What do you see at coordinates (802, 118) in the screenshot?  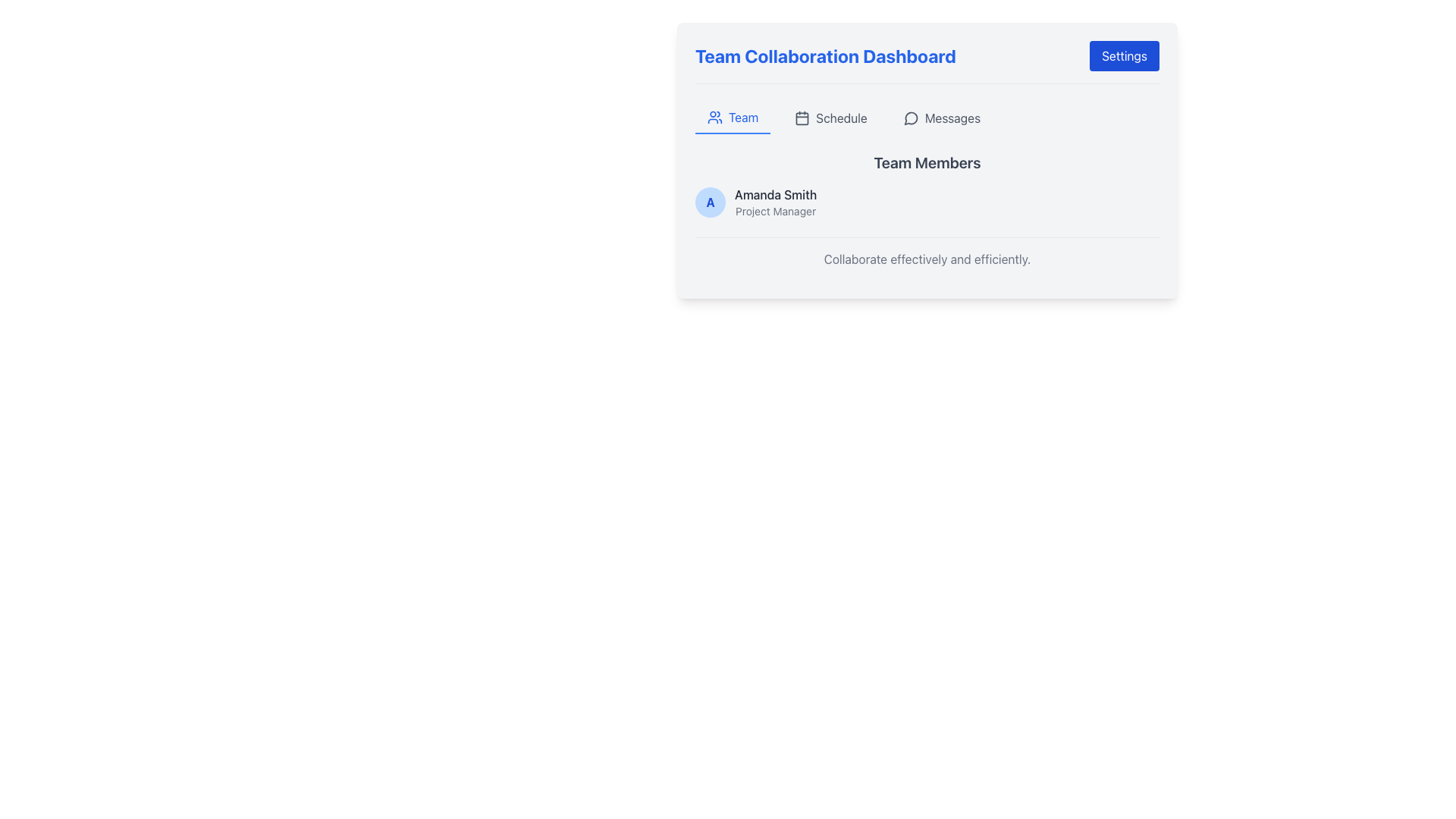 I see `the rectangular body of the calendar icon, which is part of the 'Schedule' option in the horizontal navigation menu located in the top-right region of the user interface` at bounding box center [802, 118].